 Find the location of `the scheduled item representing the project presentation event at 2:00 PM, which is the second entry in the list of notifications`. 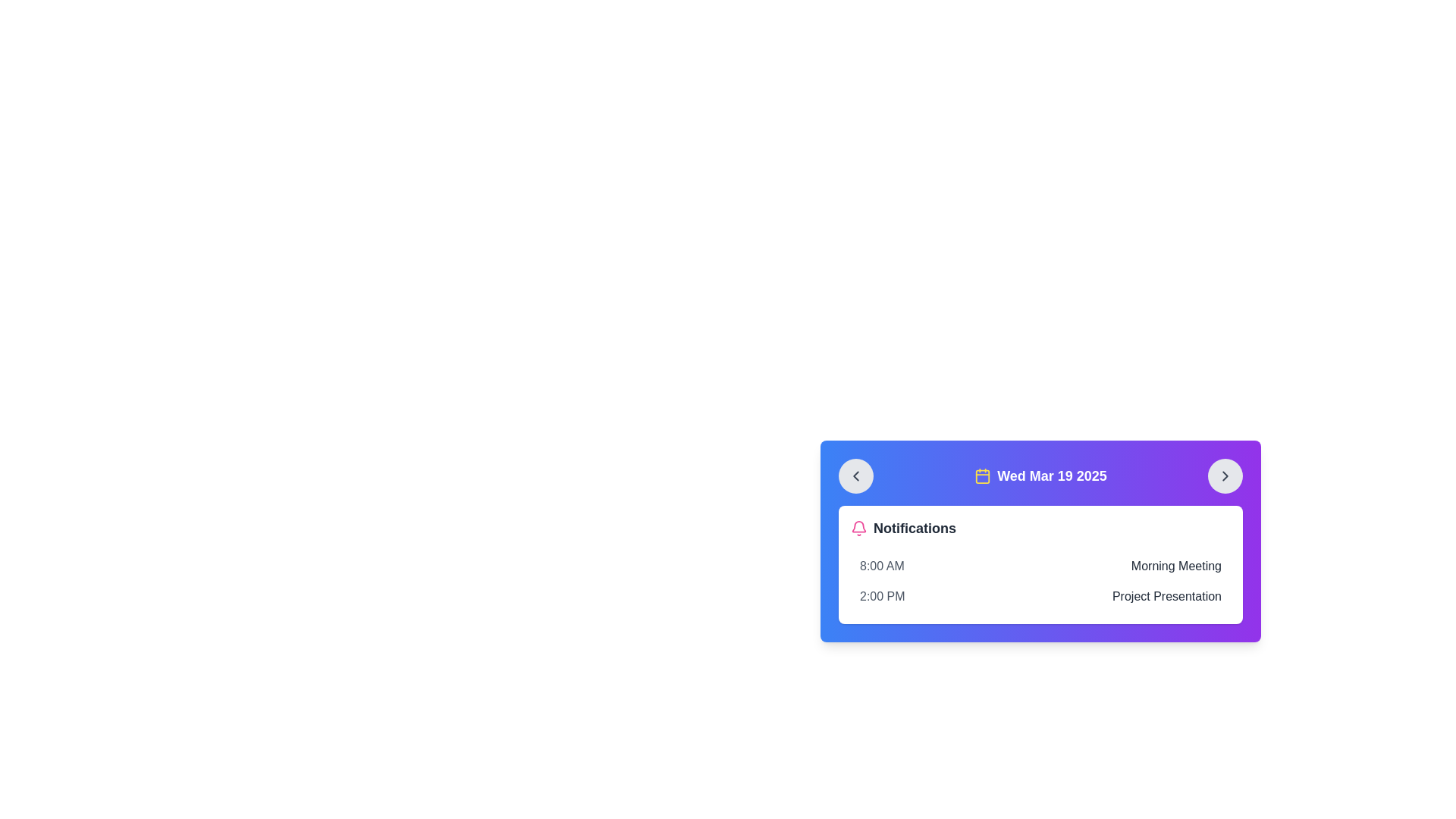

the scheduled item representing the project presentation event at 2:00 PM, which is the second entry in the list of notifications is located at coordinates (1040, 595).